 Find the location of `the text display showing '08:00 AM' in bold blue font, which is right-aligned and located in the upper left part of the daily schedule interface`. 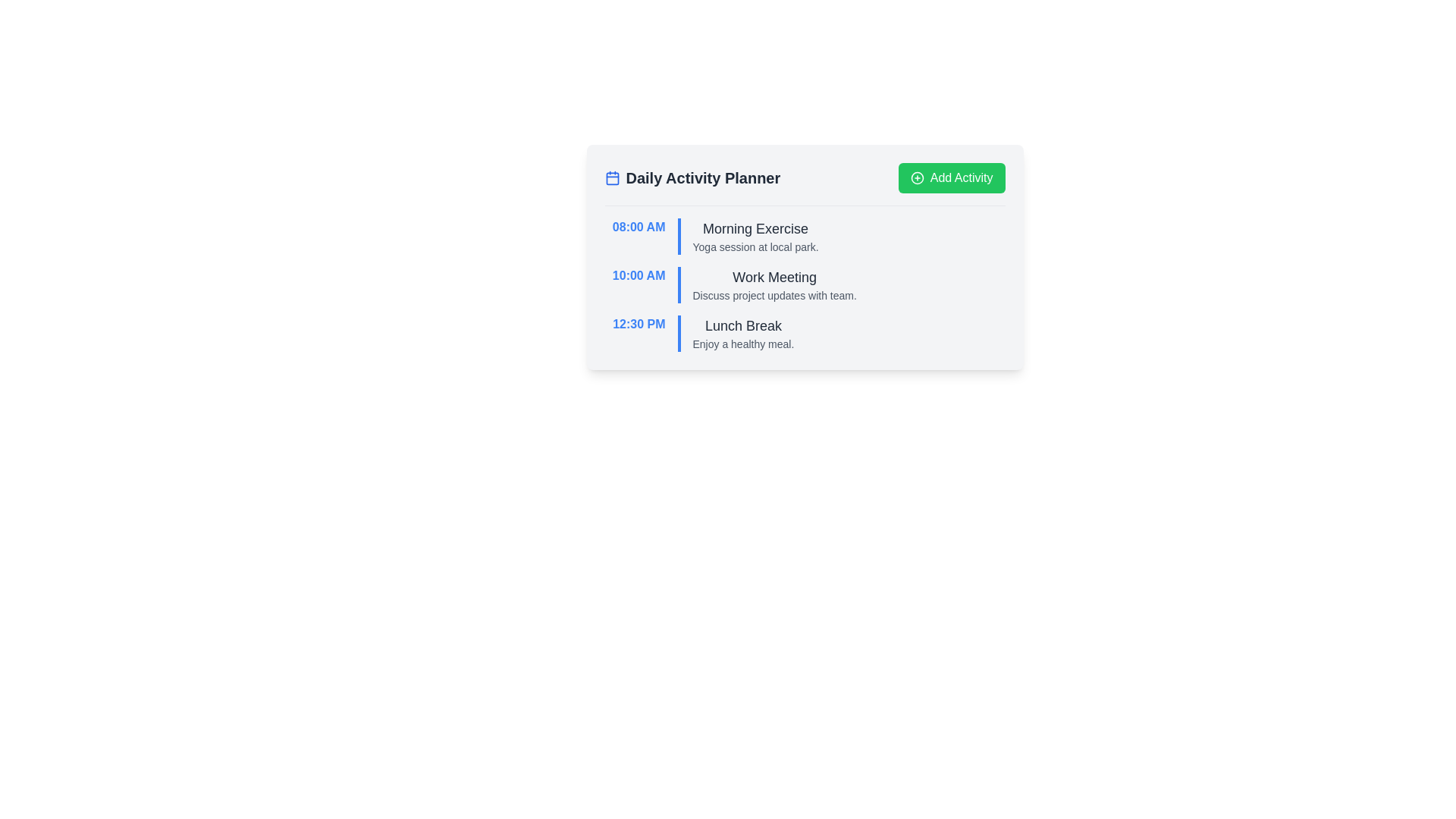

the text display showing '08:00 AM' in bold blue font, which is right-aligned and located in the upper left part of the daily schedule interface is located at coordinates (641, 237).